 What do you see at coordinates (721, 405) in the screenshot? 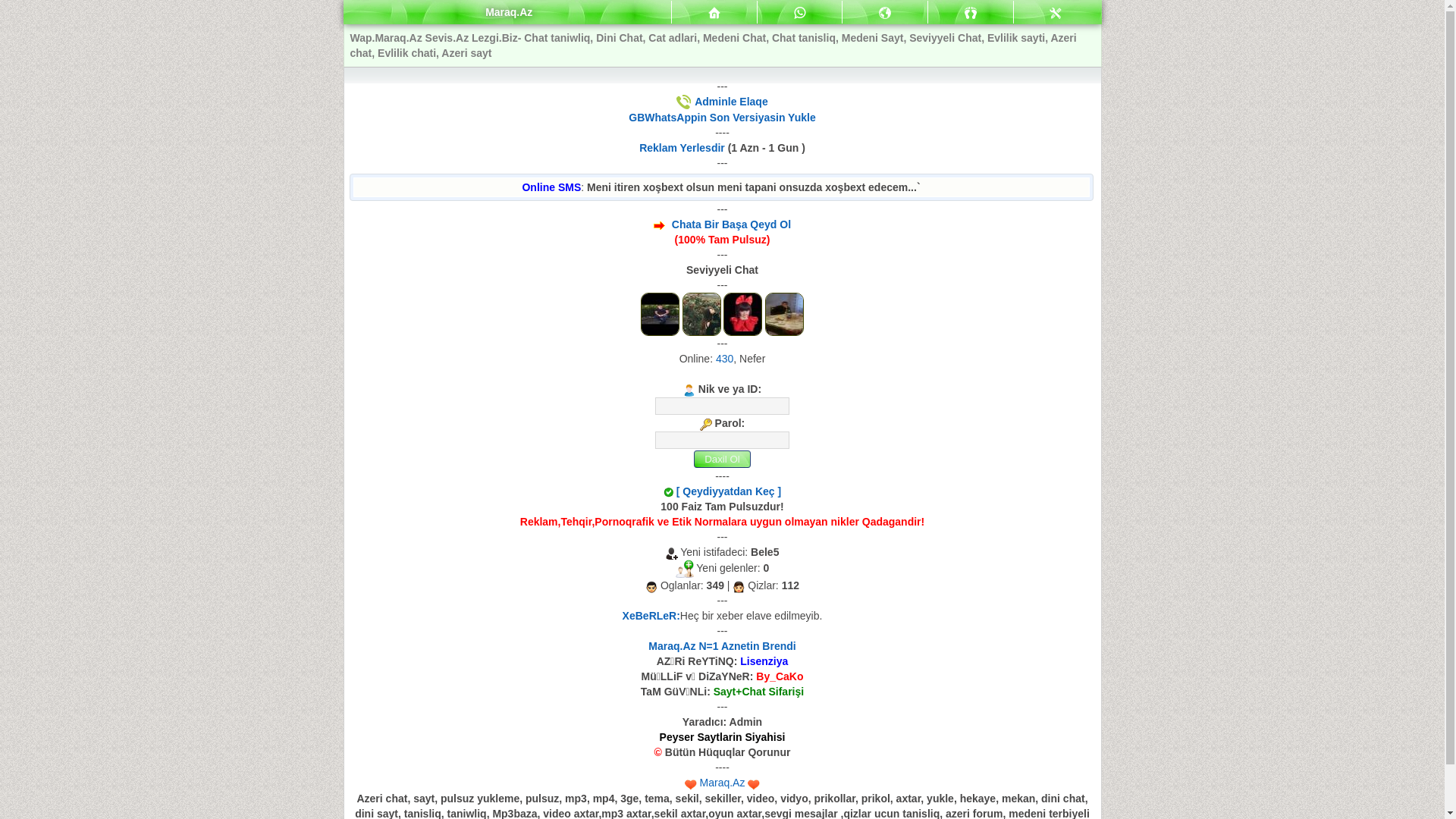
I see `'nick'` at bounding box center [721, 405].